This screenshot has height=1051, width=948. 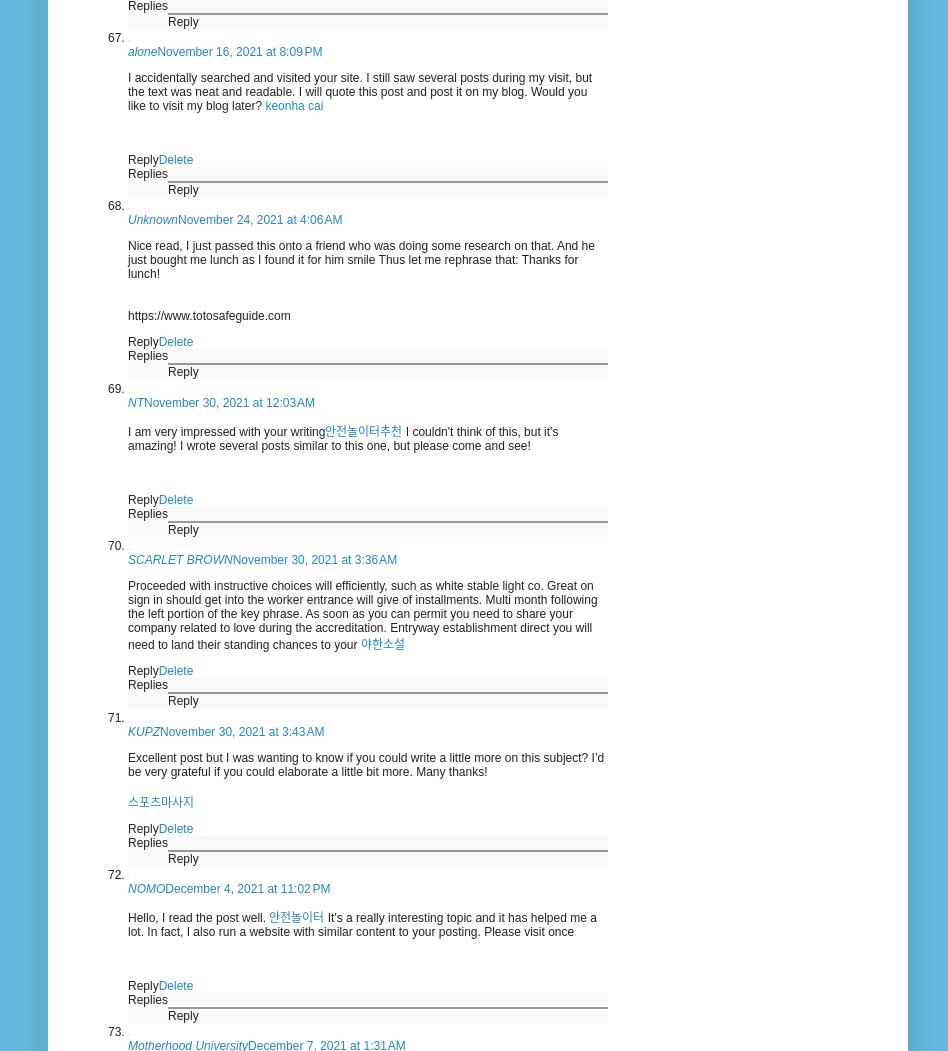 What do you see at coordinates (141, 49) in the screenshot?
I see `'alone'` at bounding box center [141, 49].